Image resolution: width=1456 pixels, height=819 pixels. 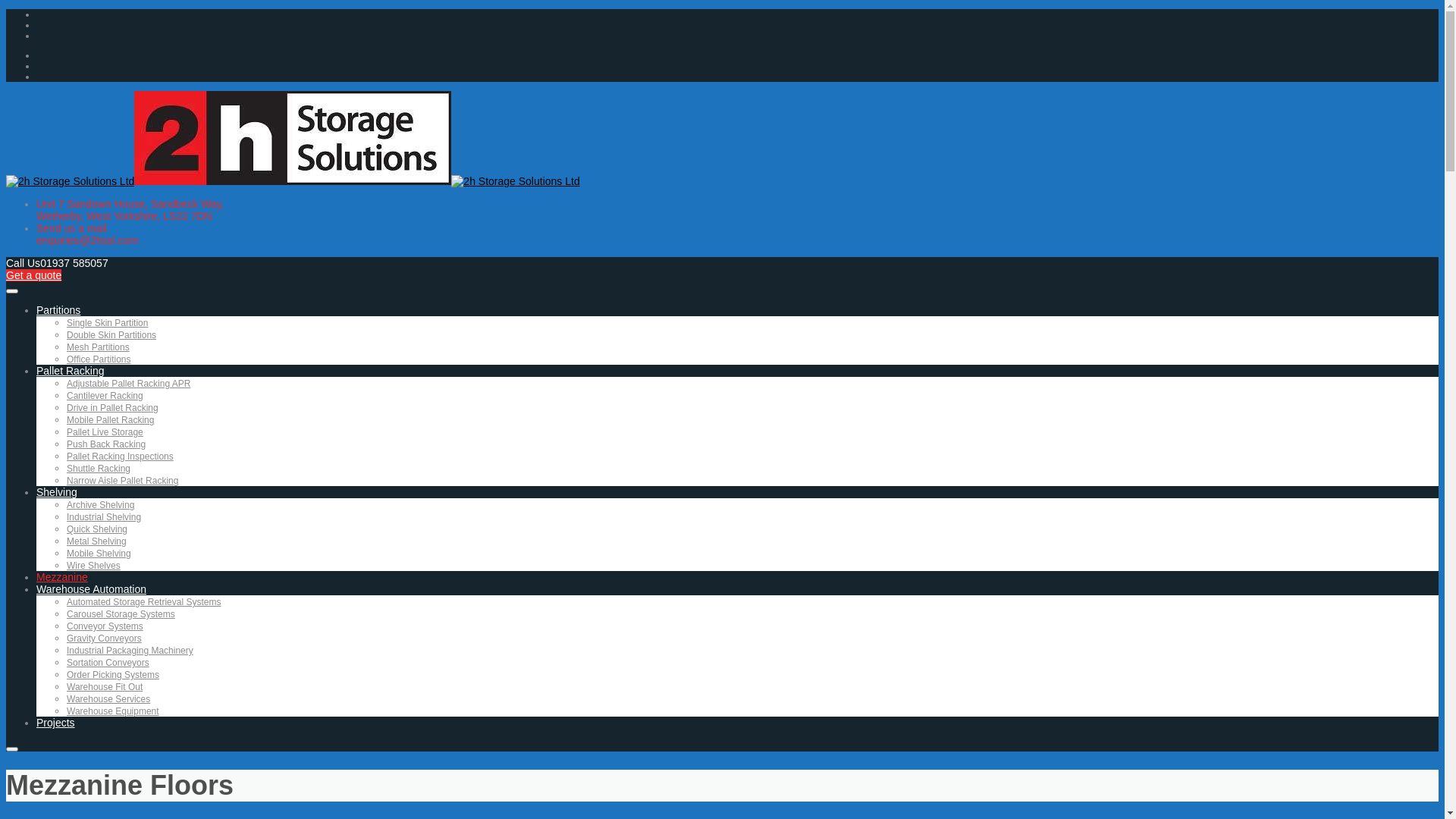 I want to click on 'Double Skin Partitions', so click(x=111, y=334).